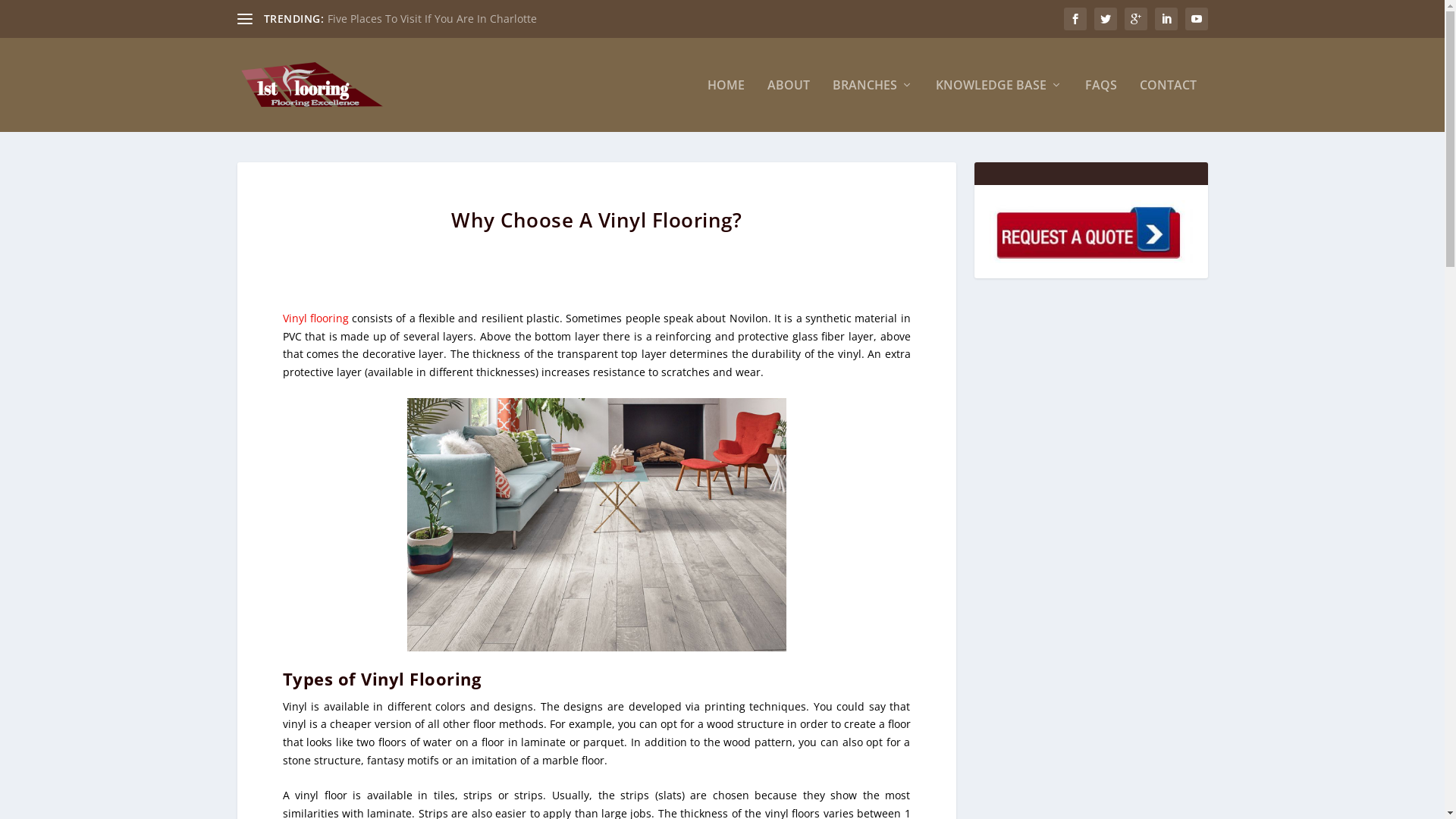 The image size is (1456, 819). What do you see at coordinates (1139, 104) in the screenshot?
I see `'CONTACT'` at bounding box center [1139, 104].